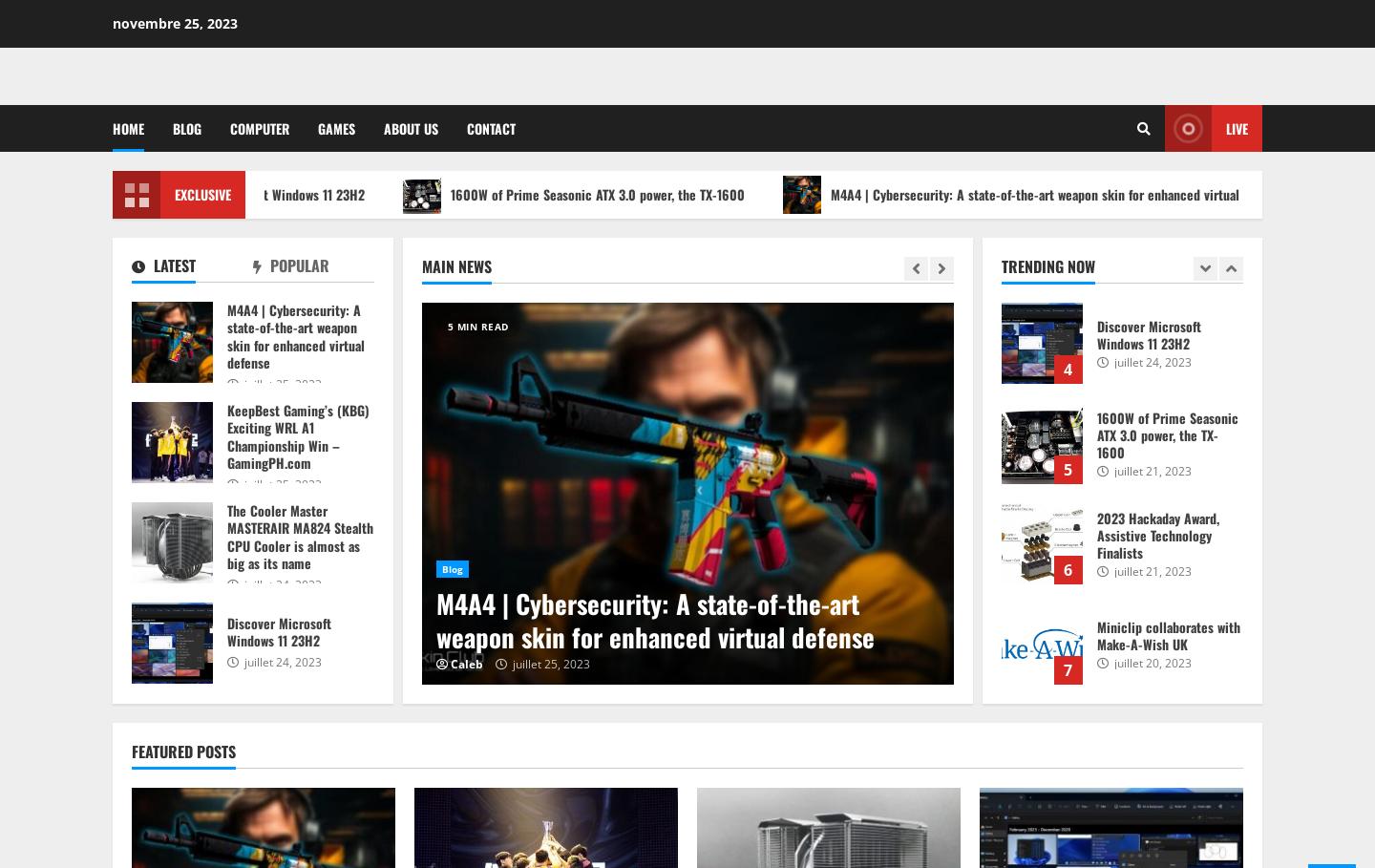  I want to click on 'Contact', so click(490, 128).